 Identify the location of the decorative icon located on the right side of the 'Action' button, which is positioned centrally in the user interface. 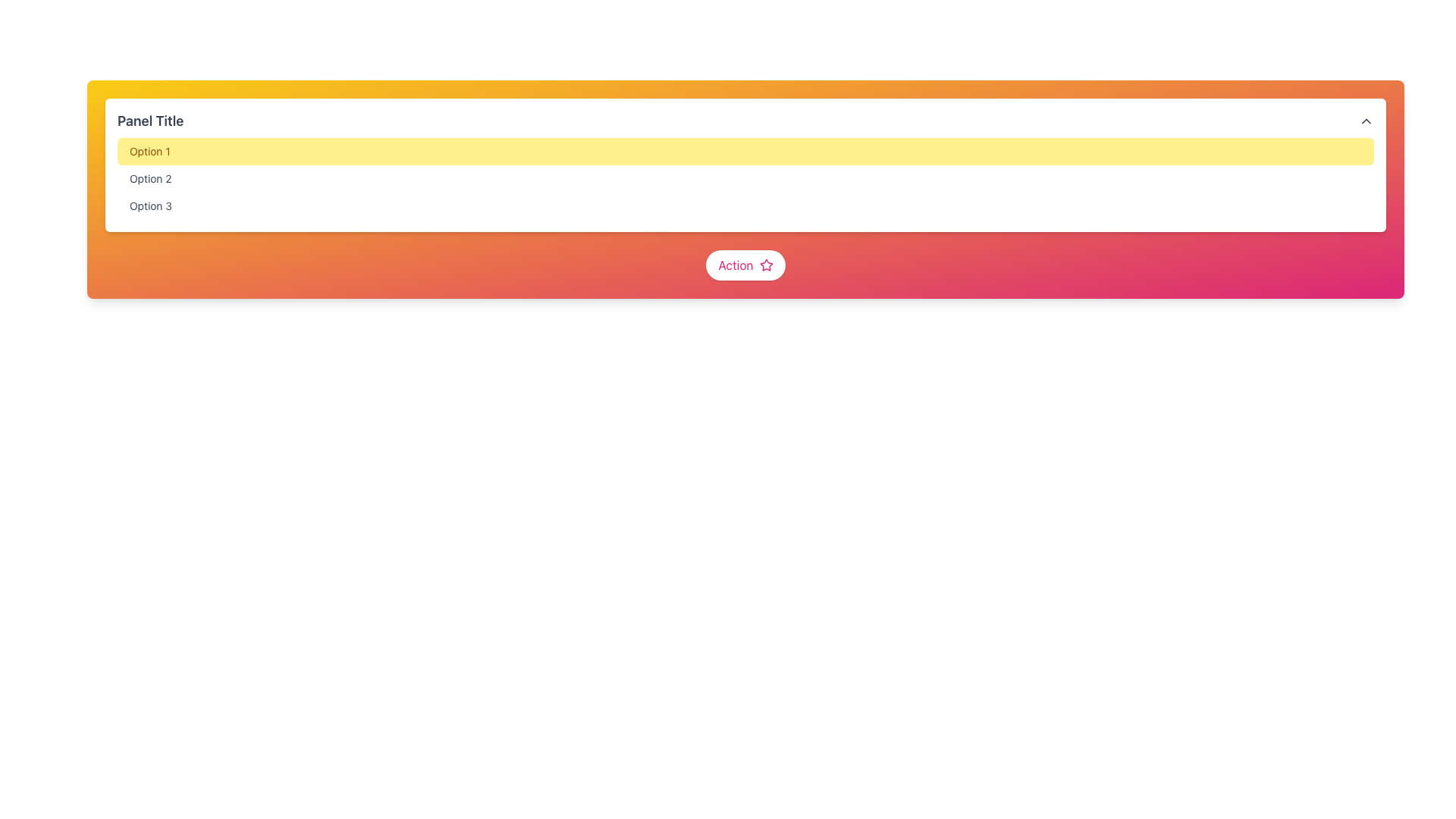
(766, 265).